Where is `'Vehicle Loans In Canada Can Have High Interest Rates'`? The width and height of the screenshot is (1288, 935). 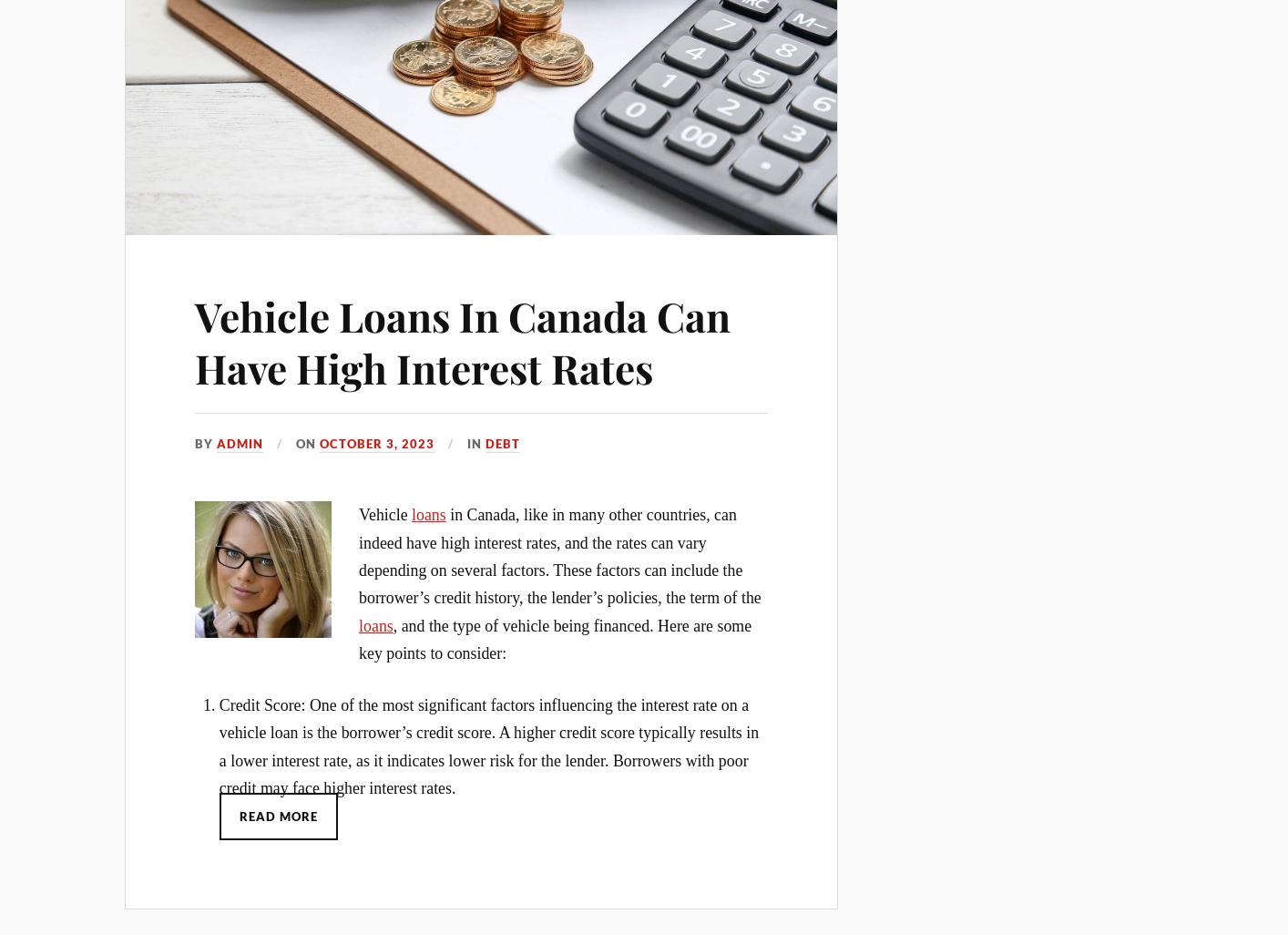 'Vehicle Loans In Canada Can Have High Interest Rates' is located at coordinates (462, 340).